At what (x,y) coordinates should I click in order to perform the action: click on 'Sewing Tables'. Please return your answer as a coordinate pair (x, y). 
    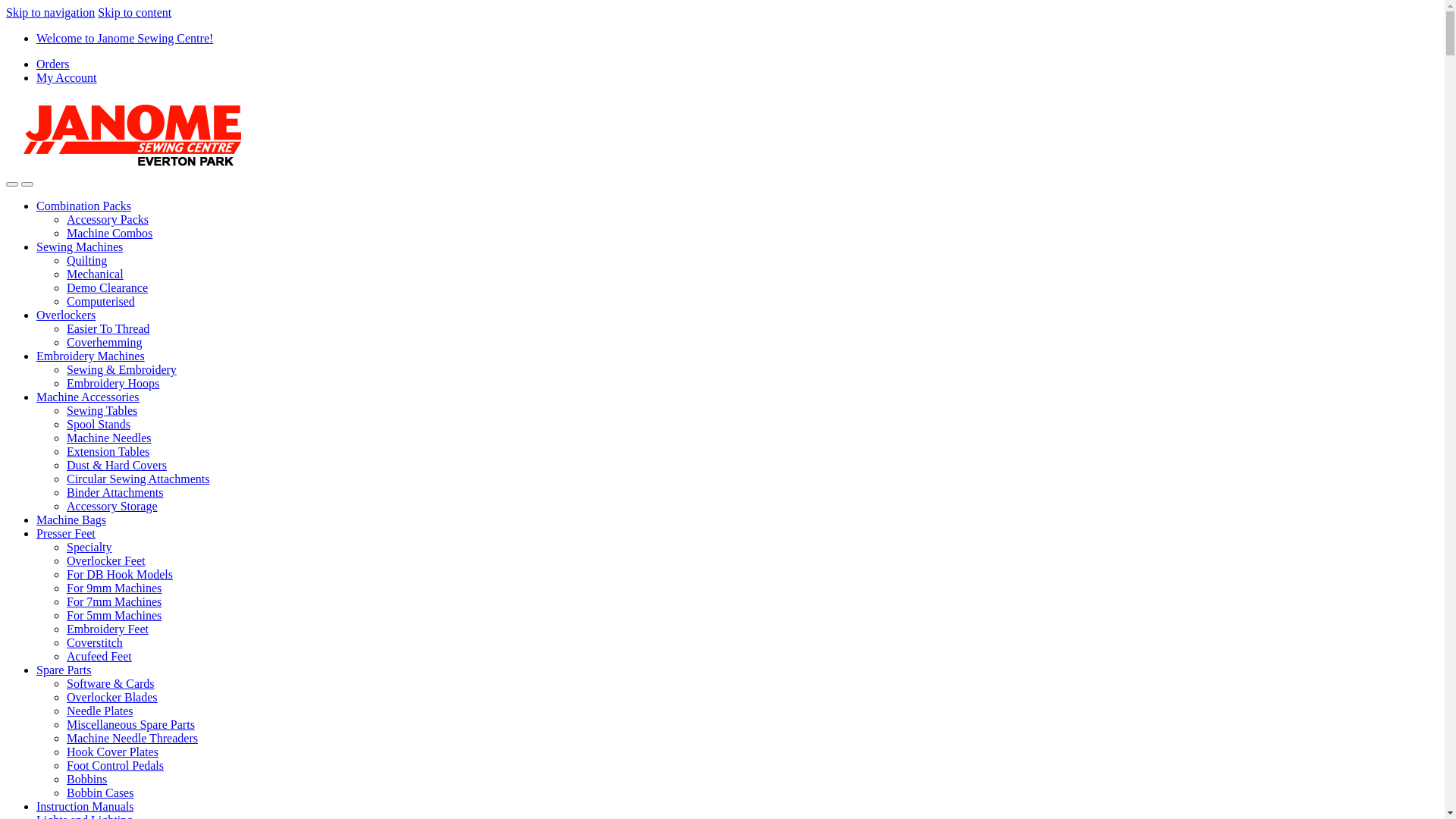
    Looking at the image, I should click on (101, 410).